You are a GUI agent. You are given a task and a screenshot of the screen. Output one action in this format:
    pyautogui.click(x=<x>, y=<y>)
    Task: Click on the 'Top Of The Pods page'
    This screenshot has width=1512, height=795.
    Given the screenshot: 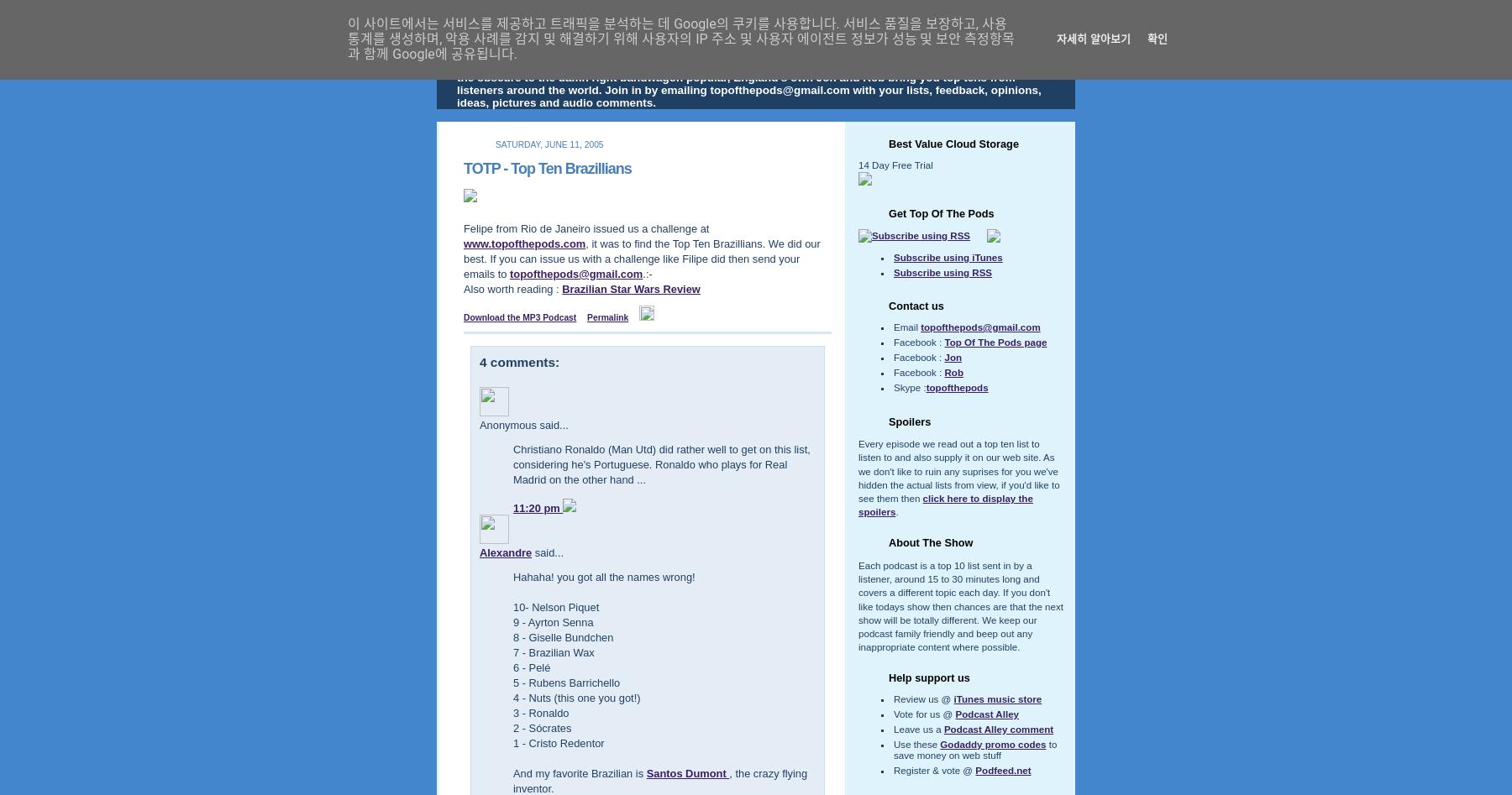 What is the action you would take?
    pyautogui.click(x=994, y=342)
    